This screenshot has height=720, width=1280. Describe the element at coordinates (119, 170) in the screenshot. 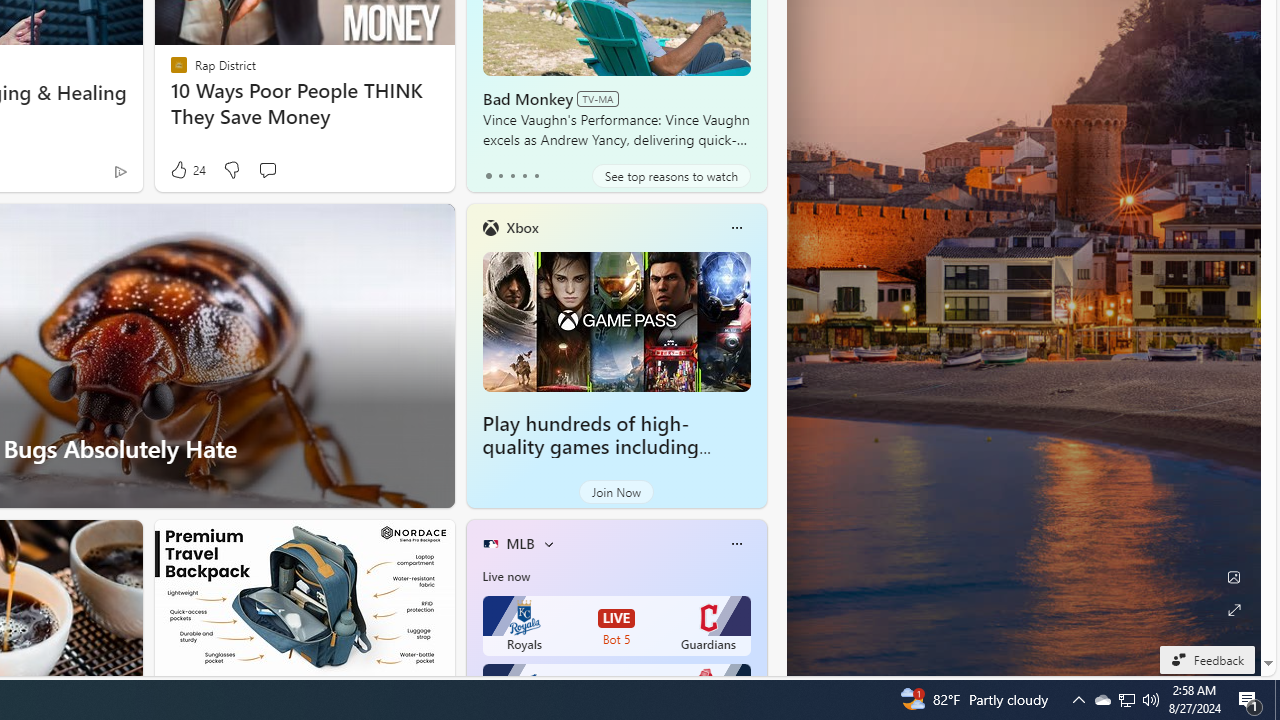

I see `'Ad Choice'` at that location.